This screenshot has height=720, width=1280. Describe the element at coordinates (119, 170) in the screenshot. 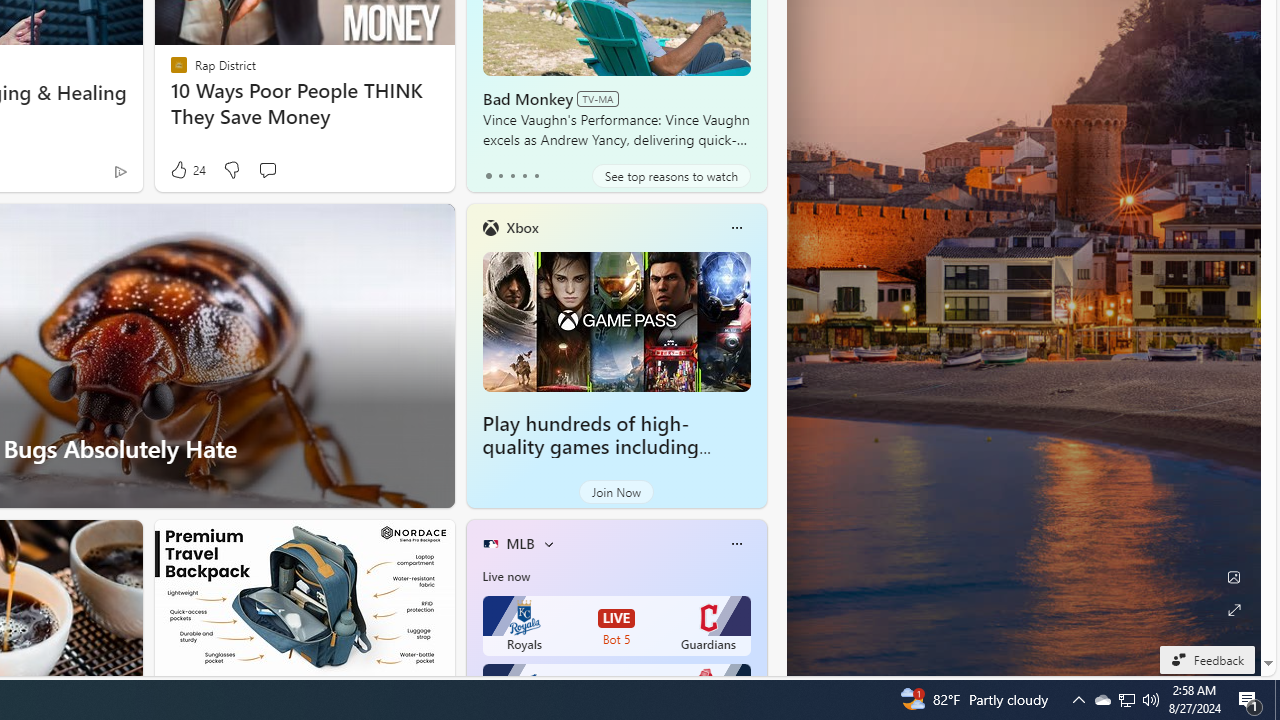

I see `'Ad Choice'` at that location.